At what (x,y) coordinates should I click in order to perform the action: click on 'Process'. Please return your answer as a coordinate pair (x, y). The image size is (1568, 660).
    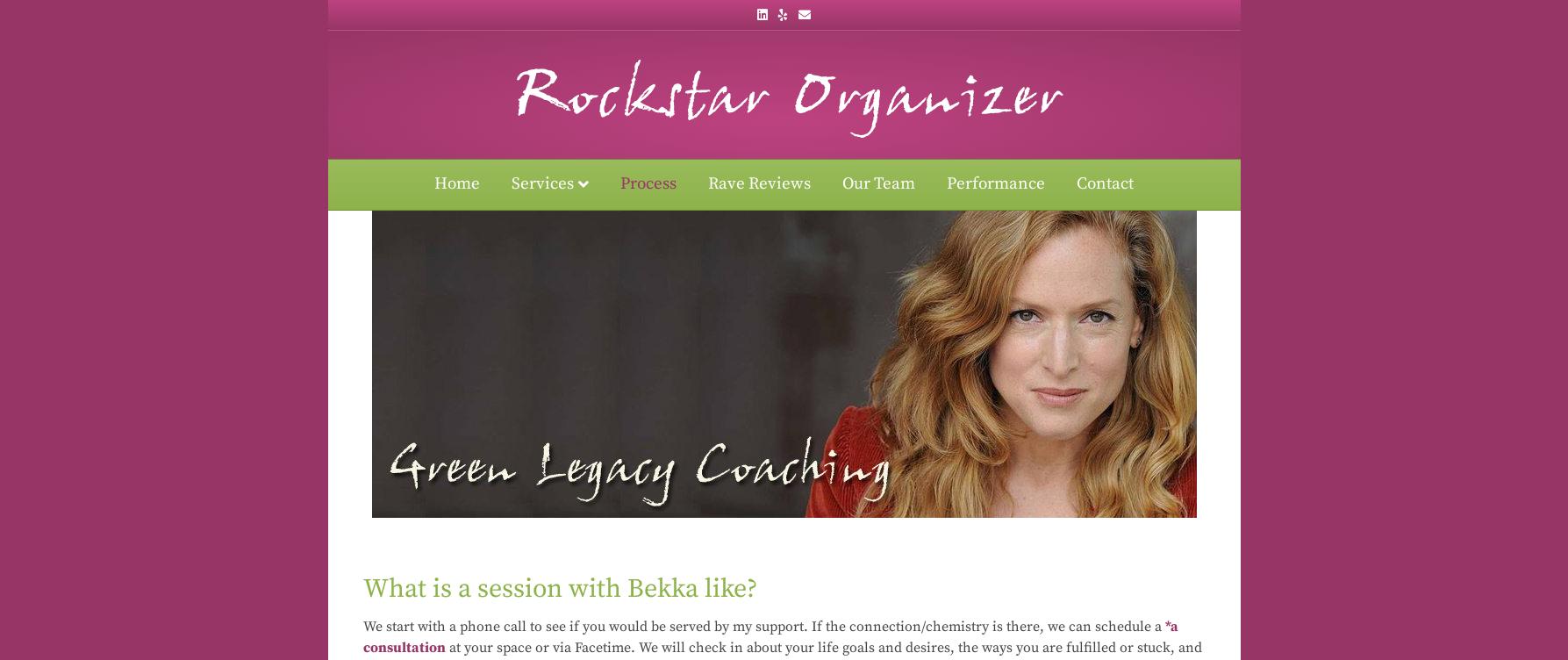
    Looking at the image, I should click on (648, 183).